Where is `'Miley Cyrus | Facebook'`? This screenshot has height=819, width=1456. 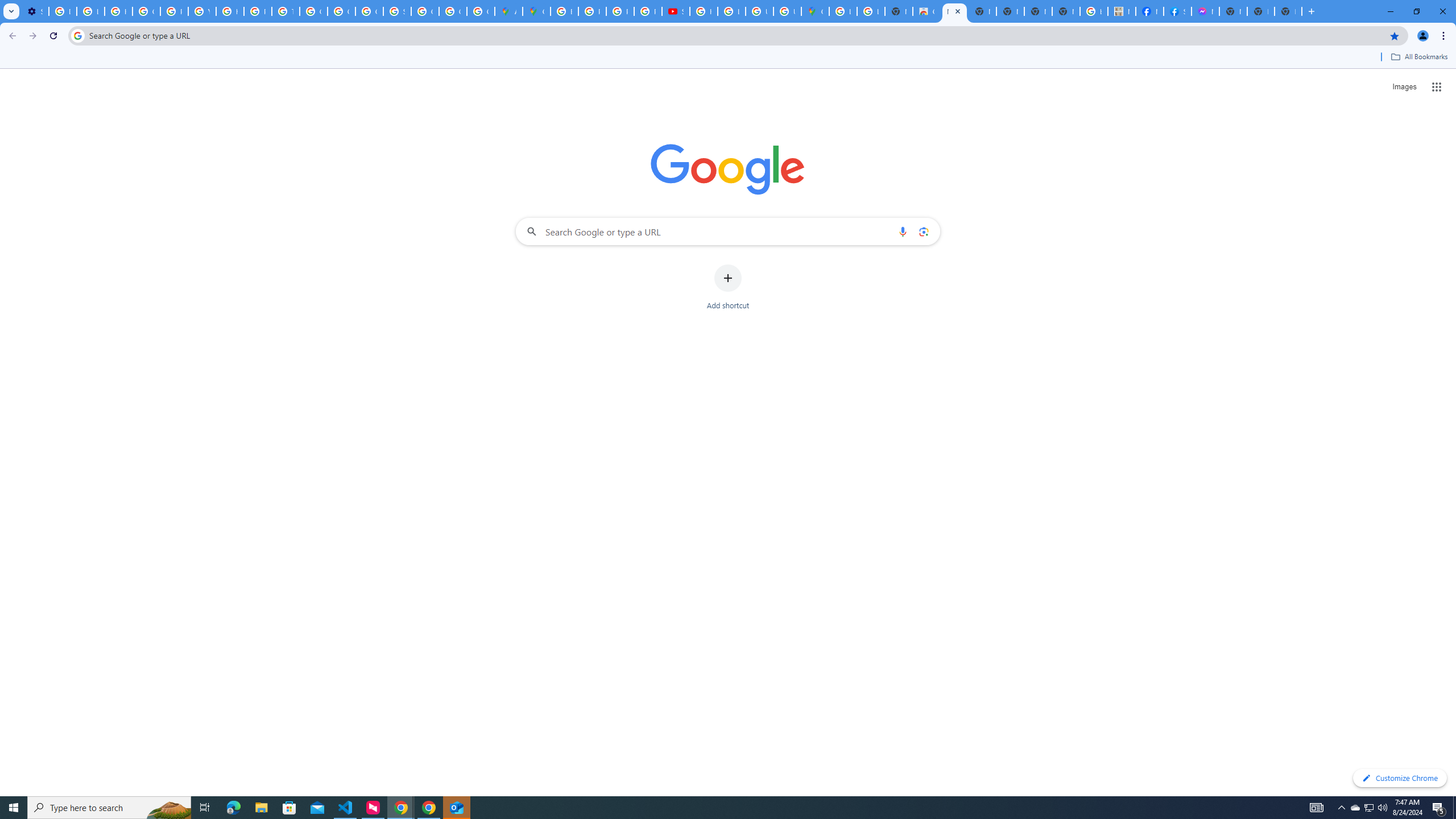 'Miley Cyrus | Facebook' is located at coordinates (1149, 11).